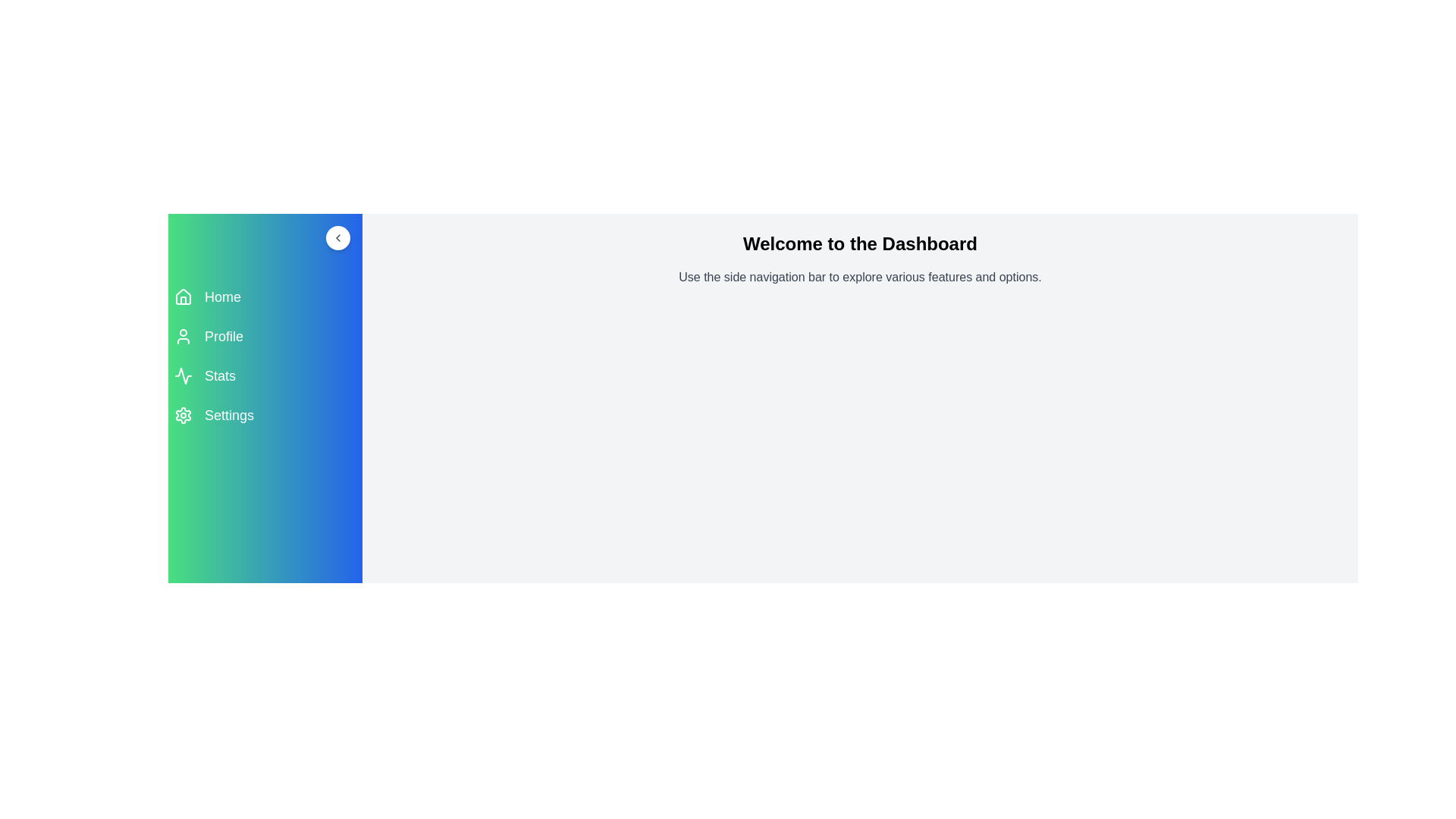  What do you see at coordinates (265, 375) in the screenshot?
I see `the 'Stats' button, which is the third entry in the vertical menu list on the left sidebar, located between 'Profile' and 'Settings'` at bounding box center [265, 375].